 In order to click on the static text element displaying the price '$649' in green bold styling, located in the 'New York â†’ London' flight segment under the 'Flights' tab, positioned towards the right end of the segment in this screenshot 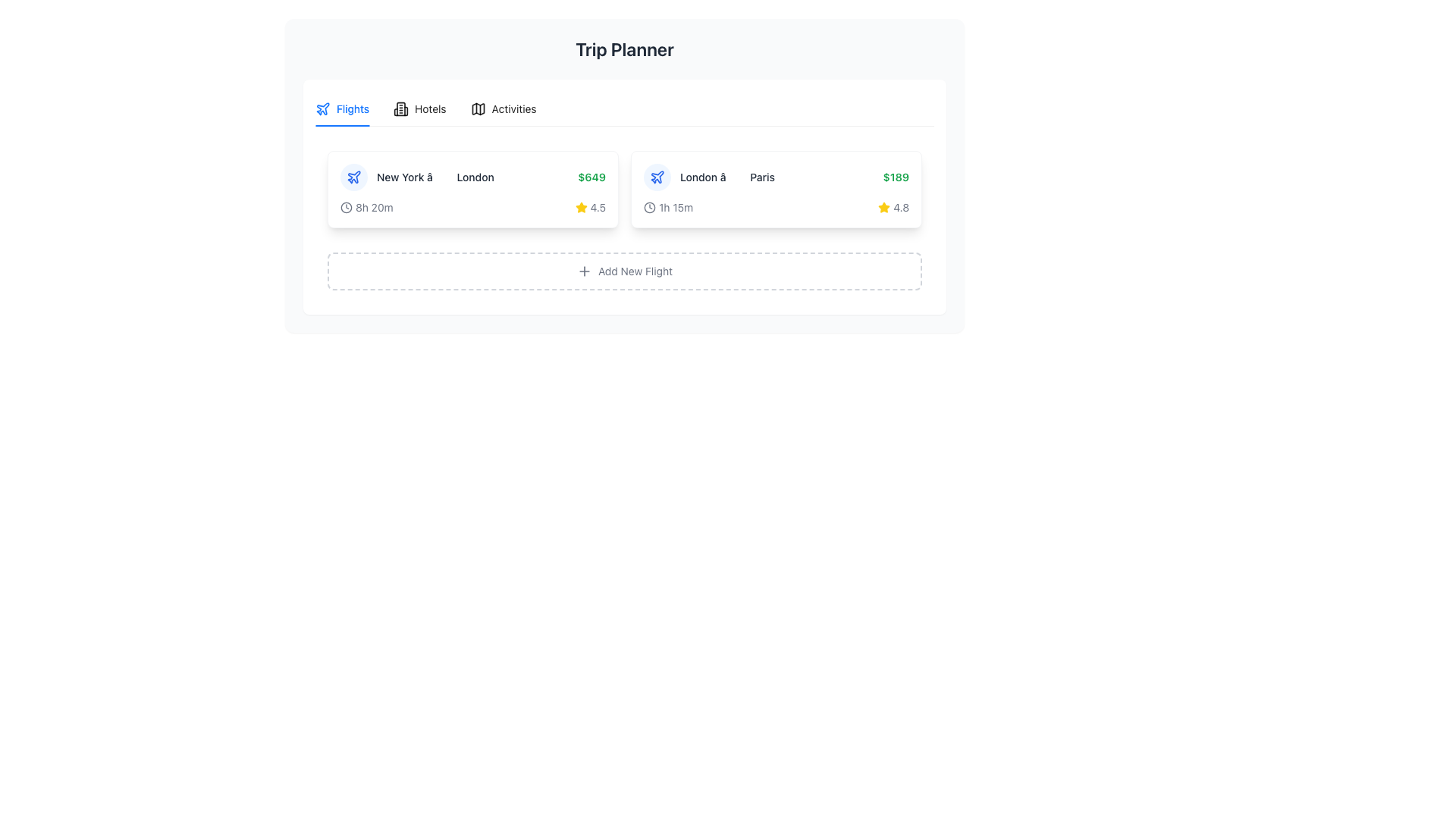, I will do `click(591, 177)`.